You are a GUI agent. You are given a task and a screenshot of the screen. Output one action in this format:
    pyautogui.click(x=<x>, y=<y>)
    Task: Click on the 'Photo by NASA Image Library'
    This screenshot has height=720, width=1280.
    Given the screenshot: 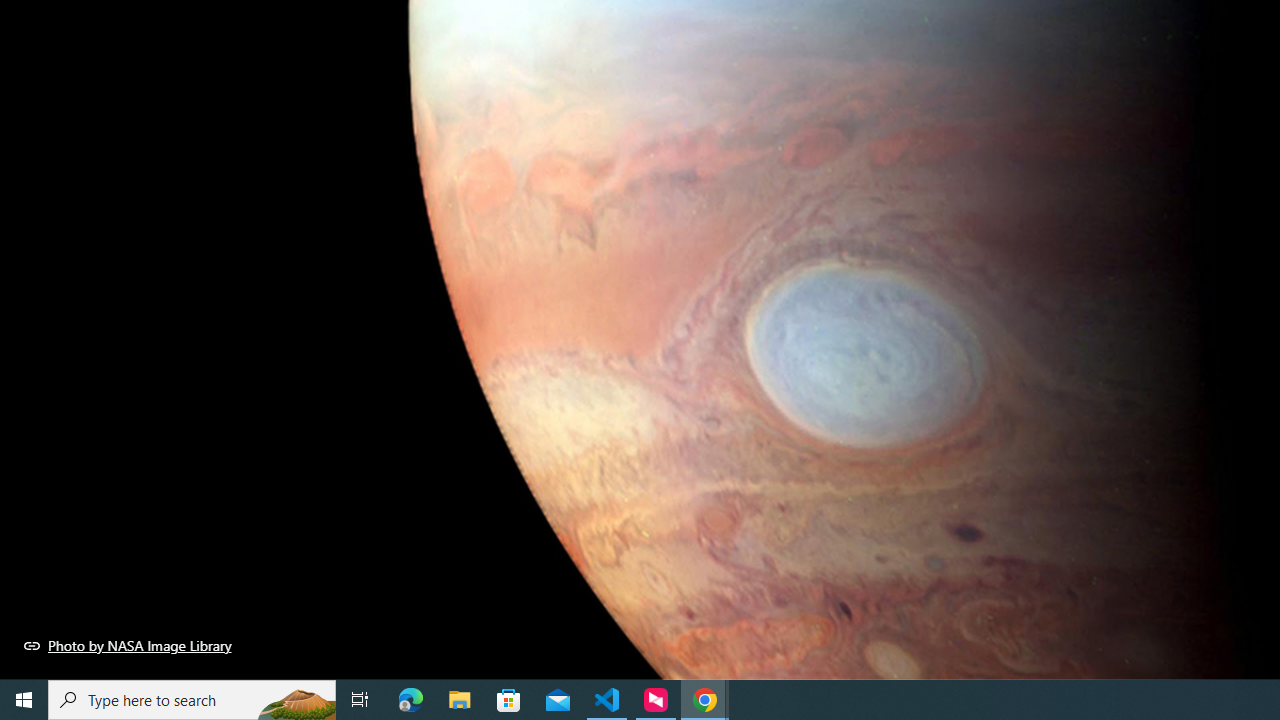 What is the action you would take?
    pyautogui.click(x=127, y=645)
    